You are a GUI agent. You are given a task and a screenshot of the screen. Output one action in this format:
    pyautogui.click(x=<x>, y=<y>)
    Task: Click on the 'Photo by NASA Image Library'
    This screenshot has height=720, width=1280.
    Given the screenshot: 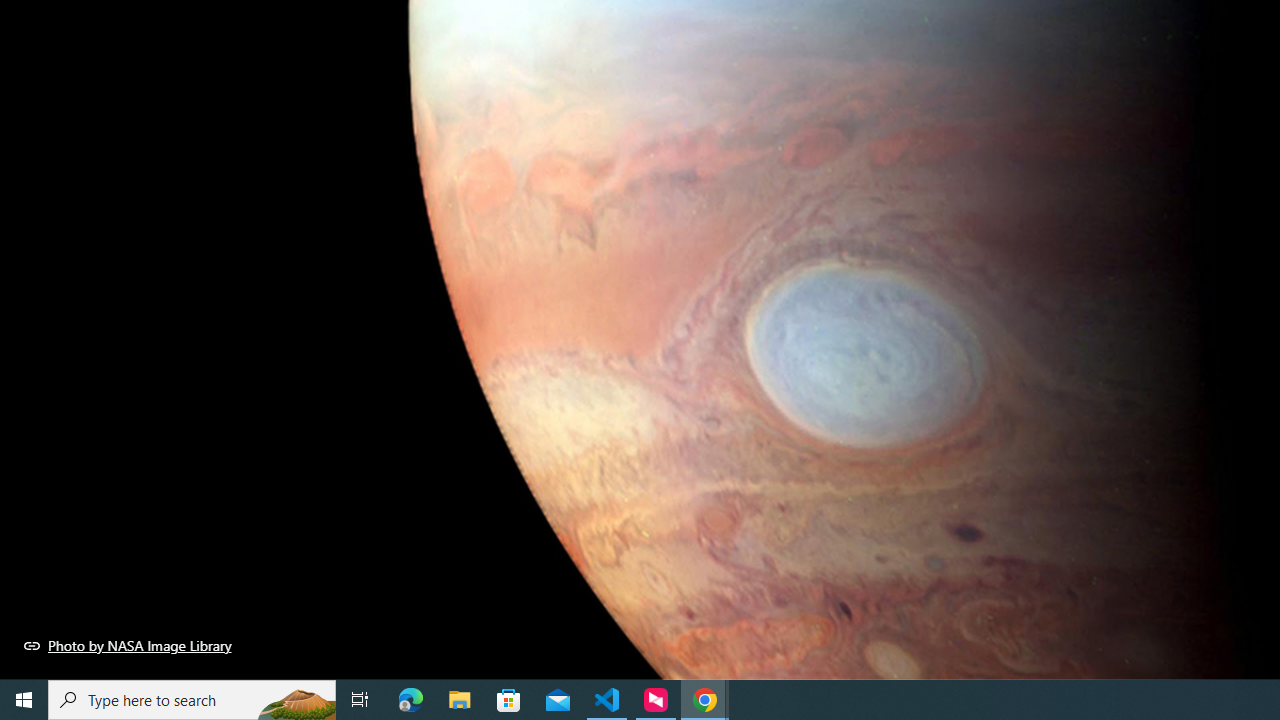 What is the action you would take?
    pyautogui.click(x=127, y=645)
    